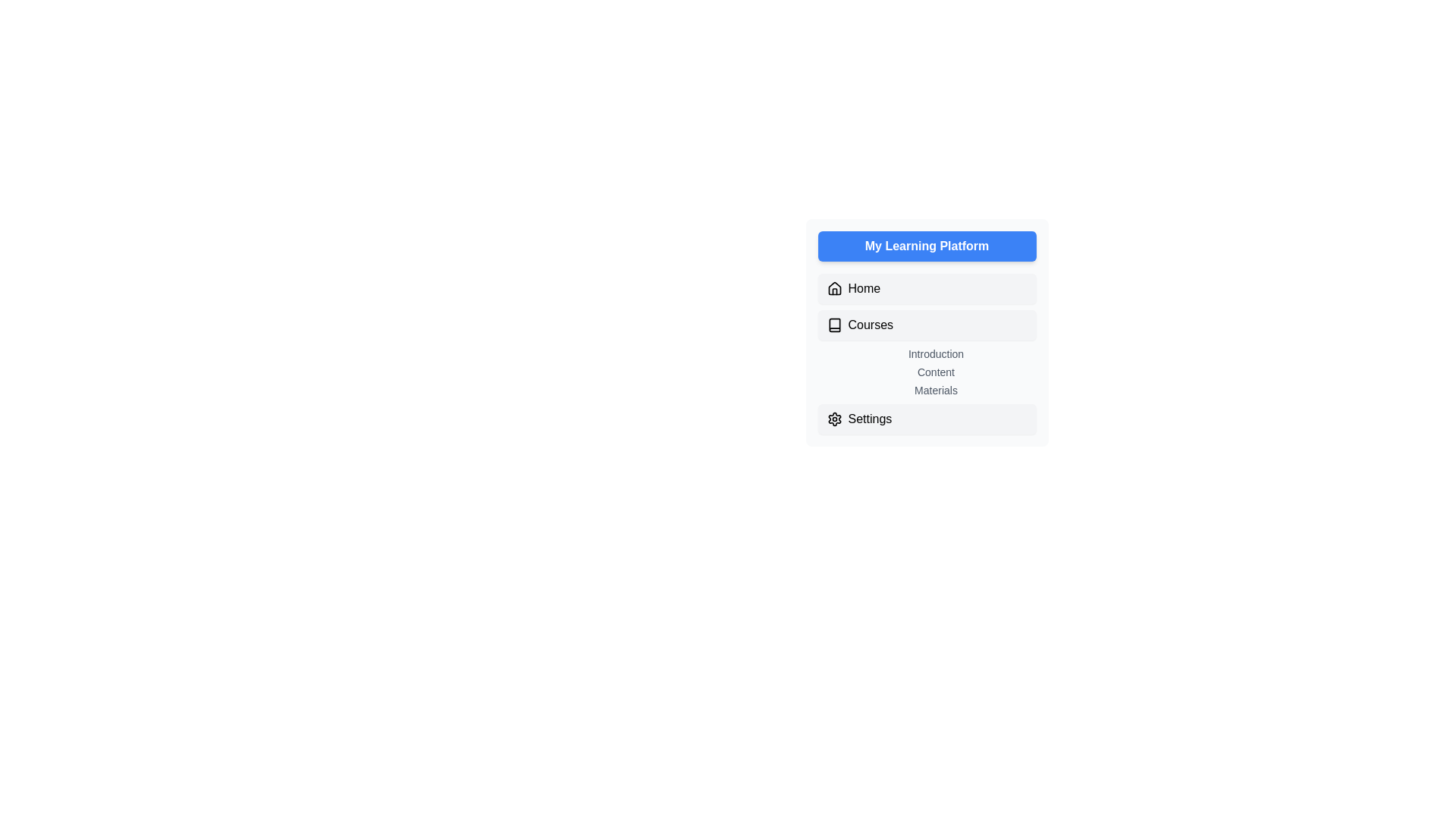 This screenshot has width=1456, height=819. I want to click on the leftmost part of the house-shaped icon in the navigation menu, associated with the 'Home' label, so click(833, 288).